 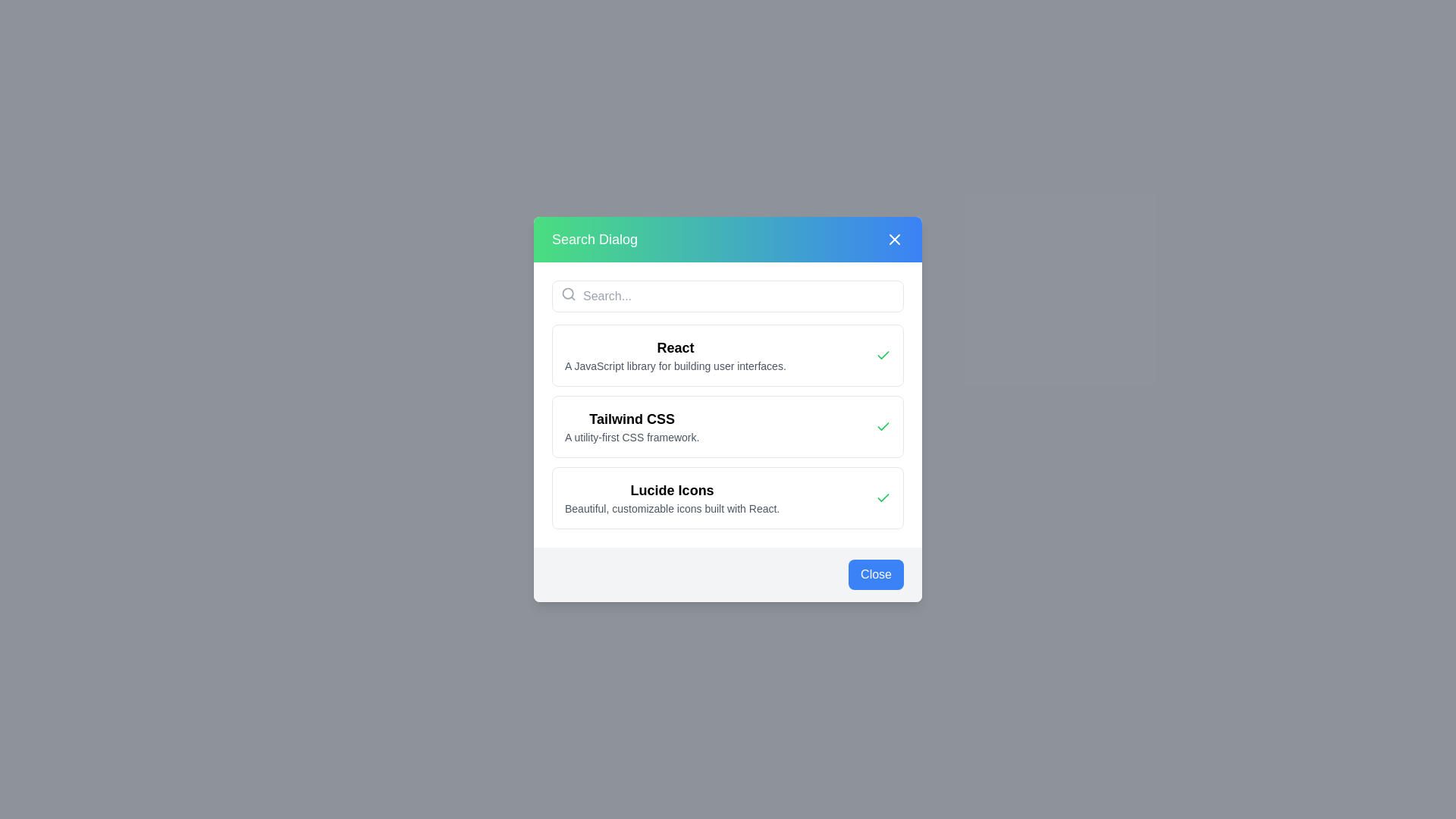 I want to click on the checkmark icon, which is styled with a green stroke and located on the right side of the 'Tailwind CSS' section in the search dialog overlay, so click(x=883, y=354).